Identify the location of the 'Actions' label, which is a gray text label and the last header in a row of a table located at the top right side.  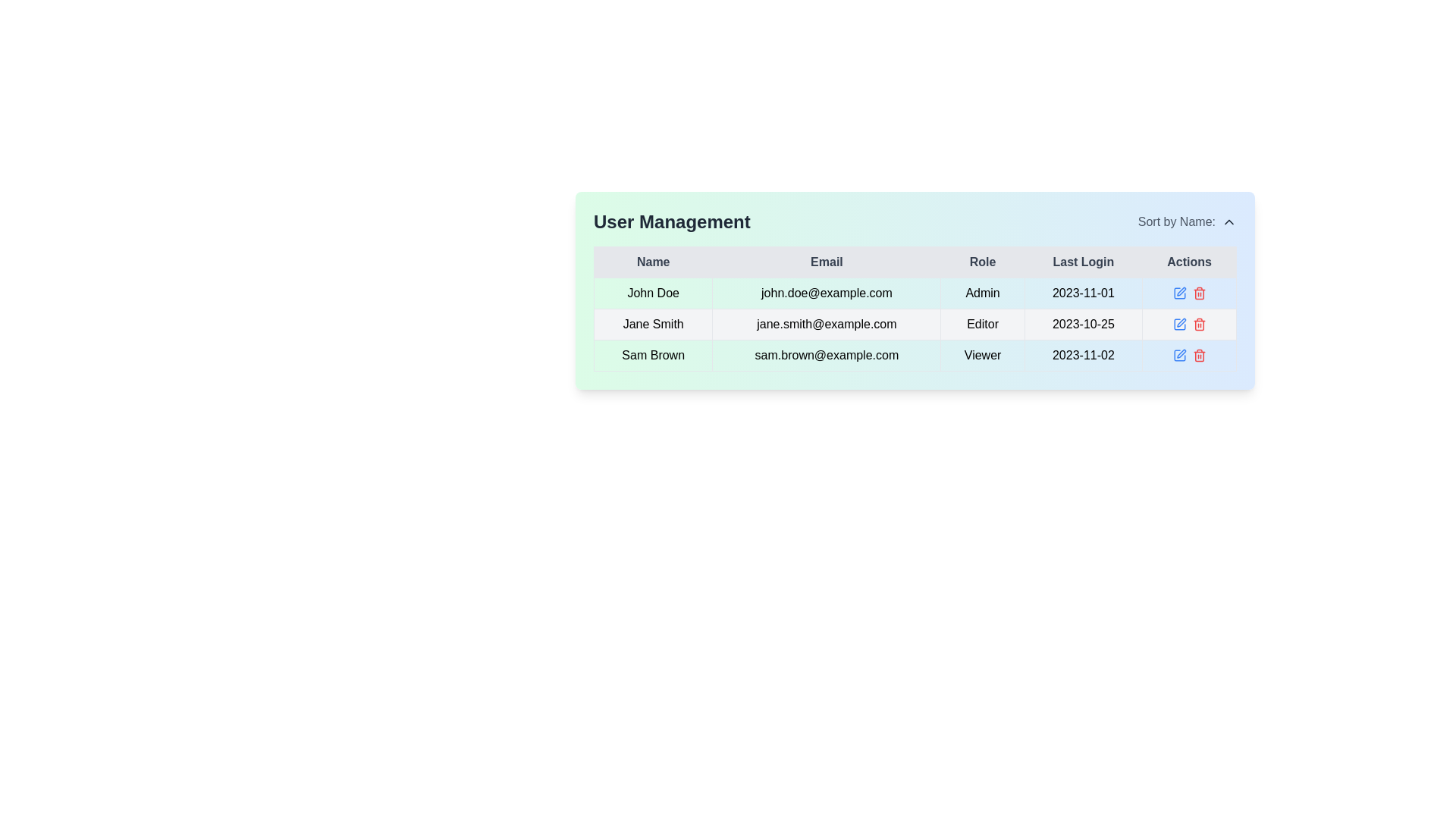
(1188, 262).